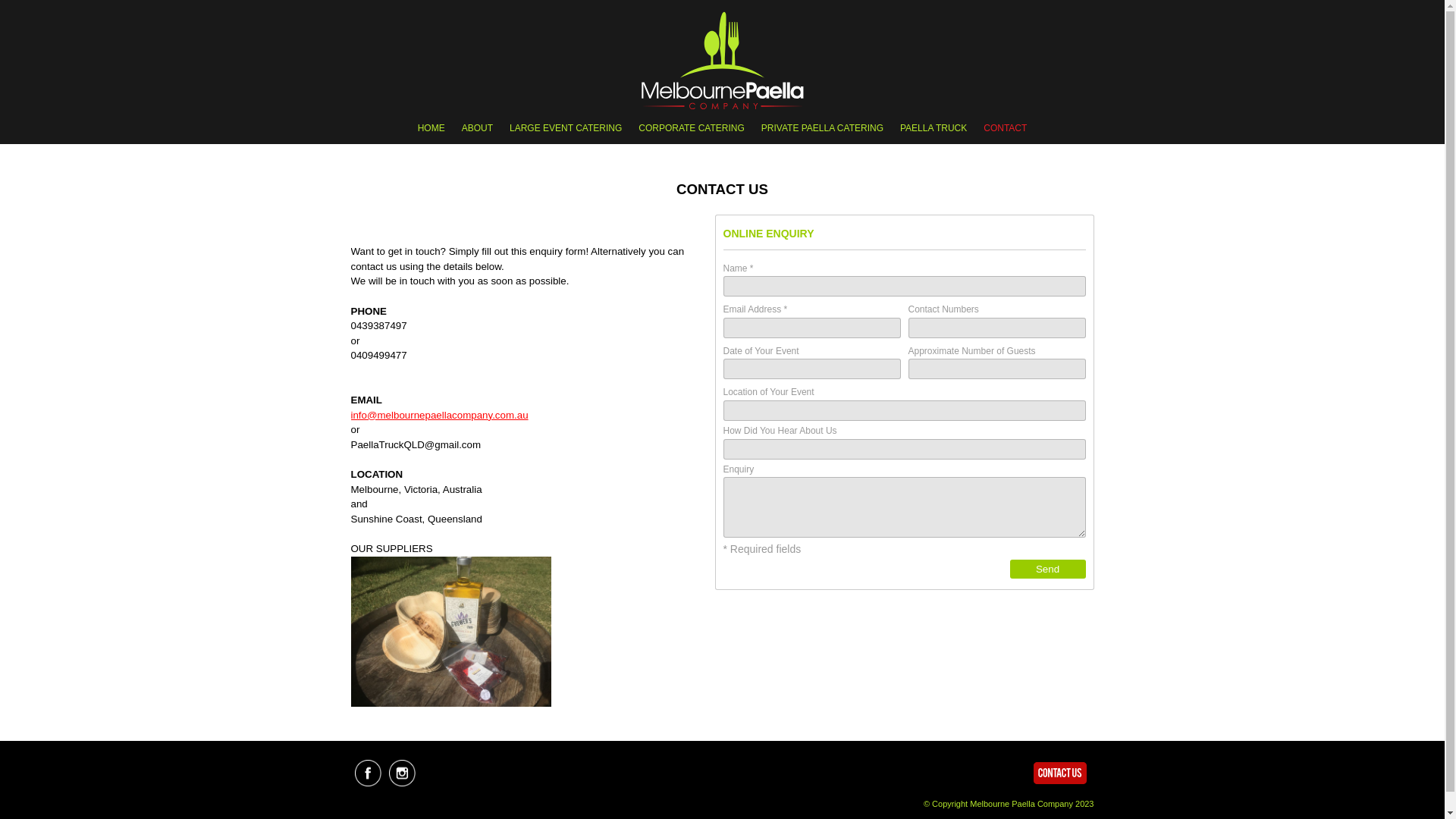 The height and width of the screenshot is (819, 1456). Describe the element at coordinates (821, 127) in the screenshot. I see `'PRIVATE PAELLA CATERING'` at that location.